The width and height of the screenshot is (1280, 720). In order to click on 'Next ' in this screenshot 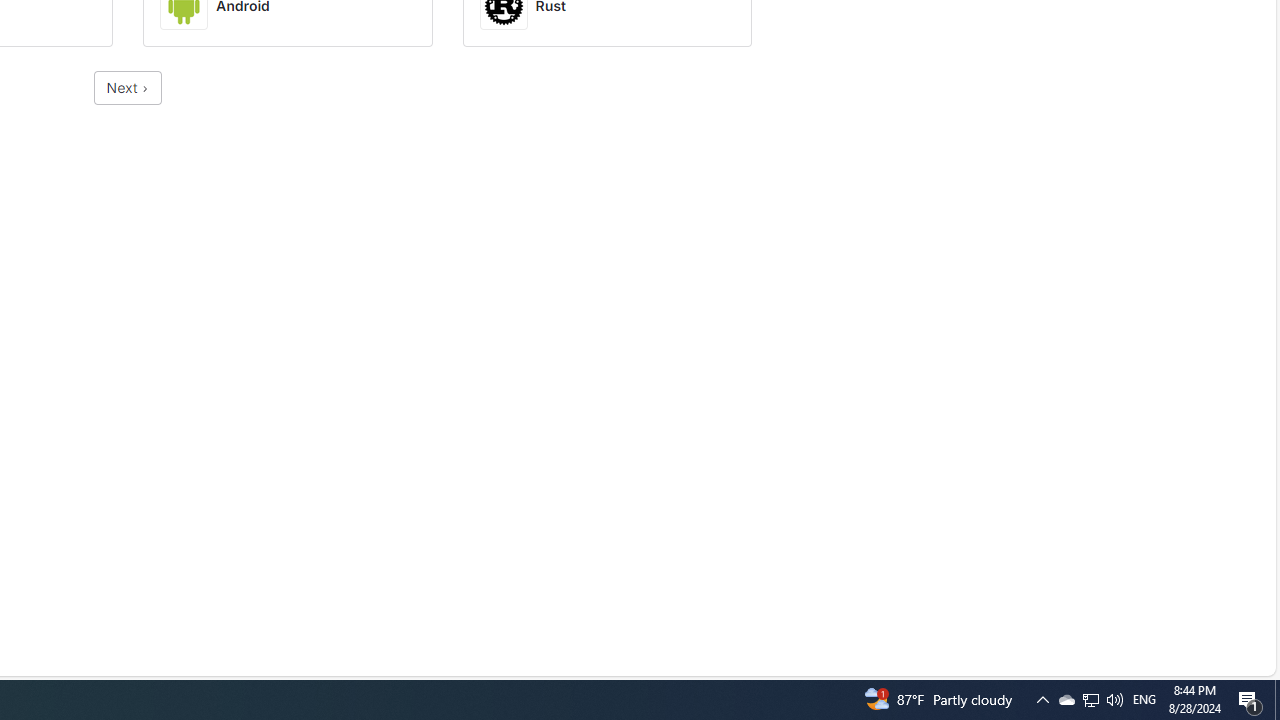, I will do `click(127, 87)`.